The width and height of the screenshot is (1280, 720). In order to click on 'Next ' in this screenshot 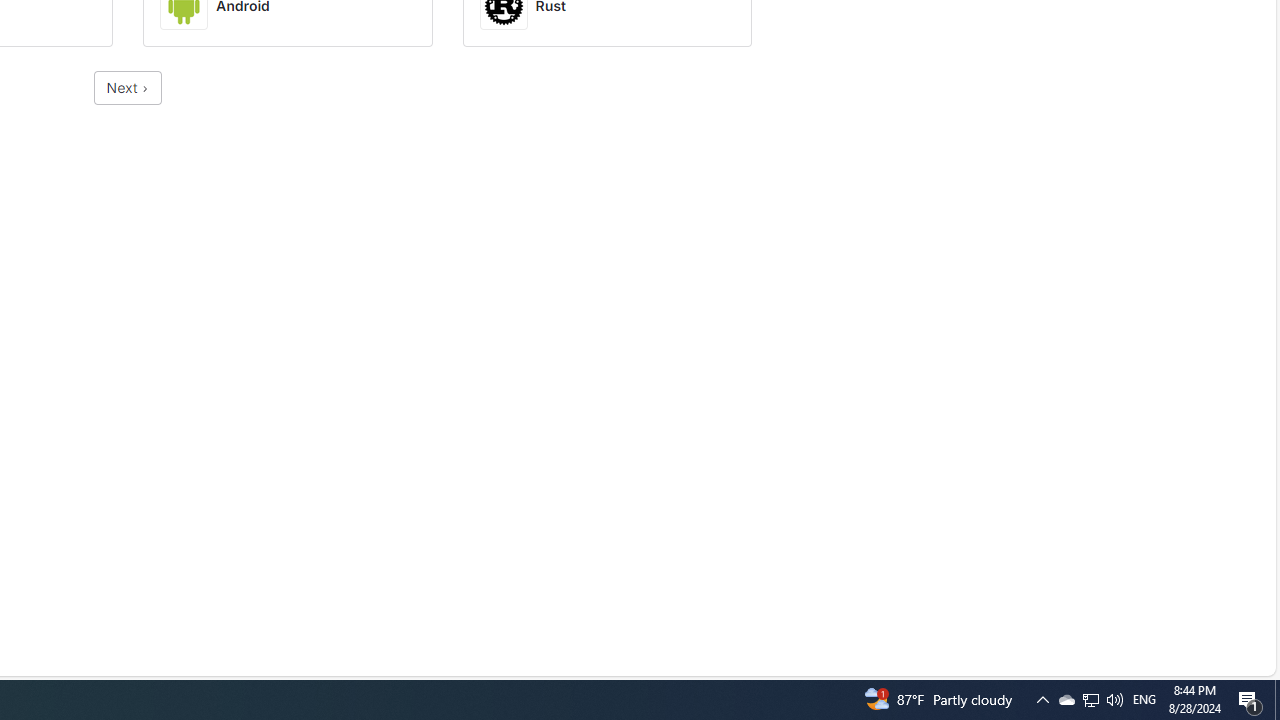, I will do `click(127, 87)`.